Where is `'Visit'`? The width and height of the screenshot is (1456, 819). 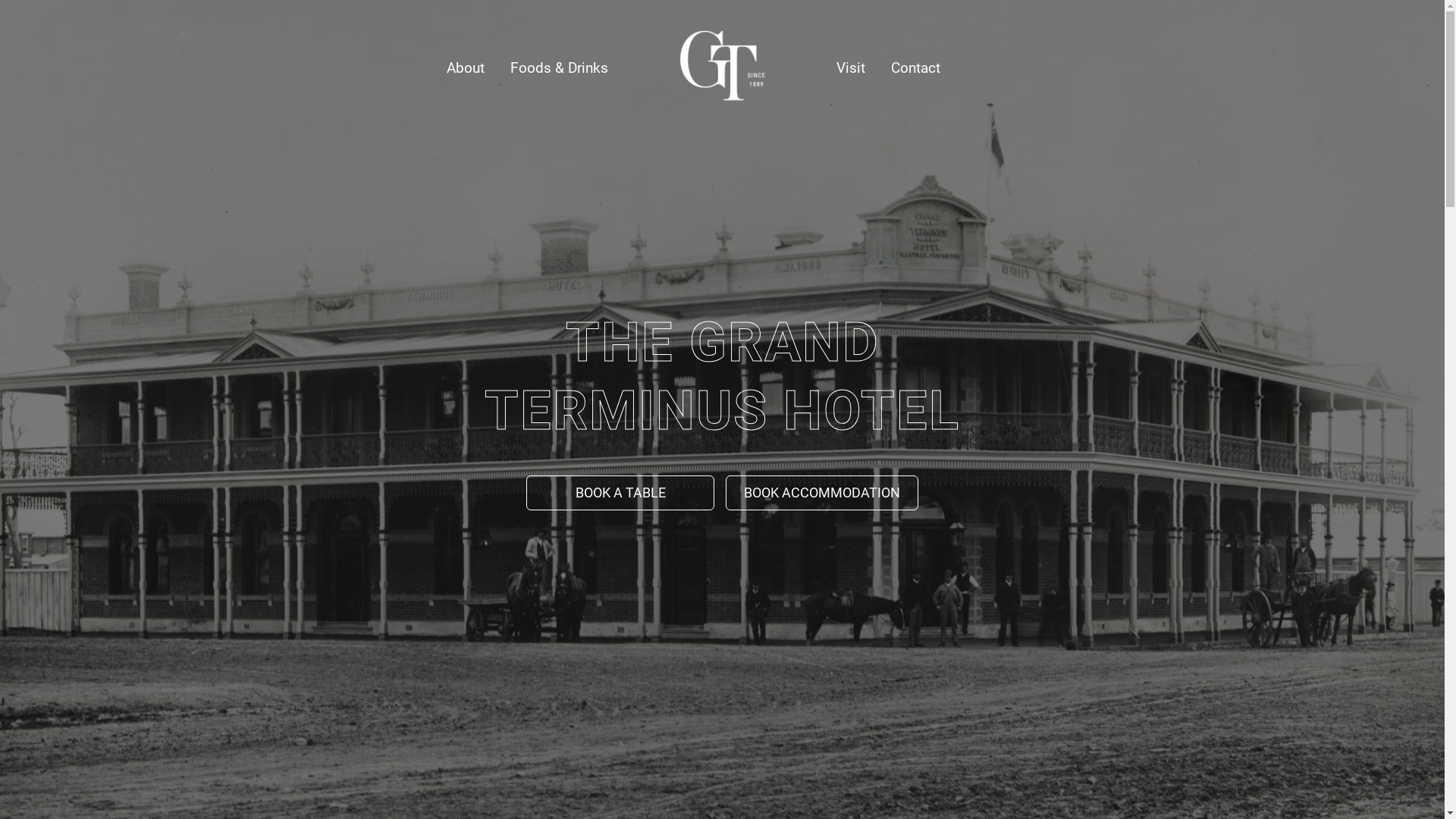 'Visit' is located at coordinates (822, 67).